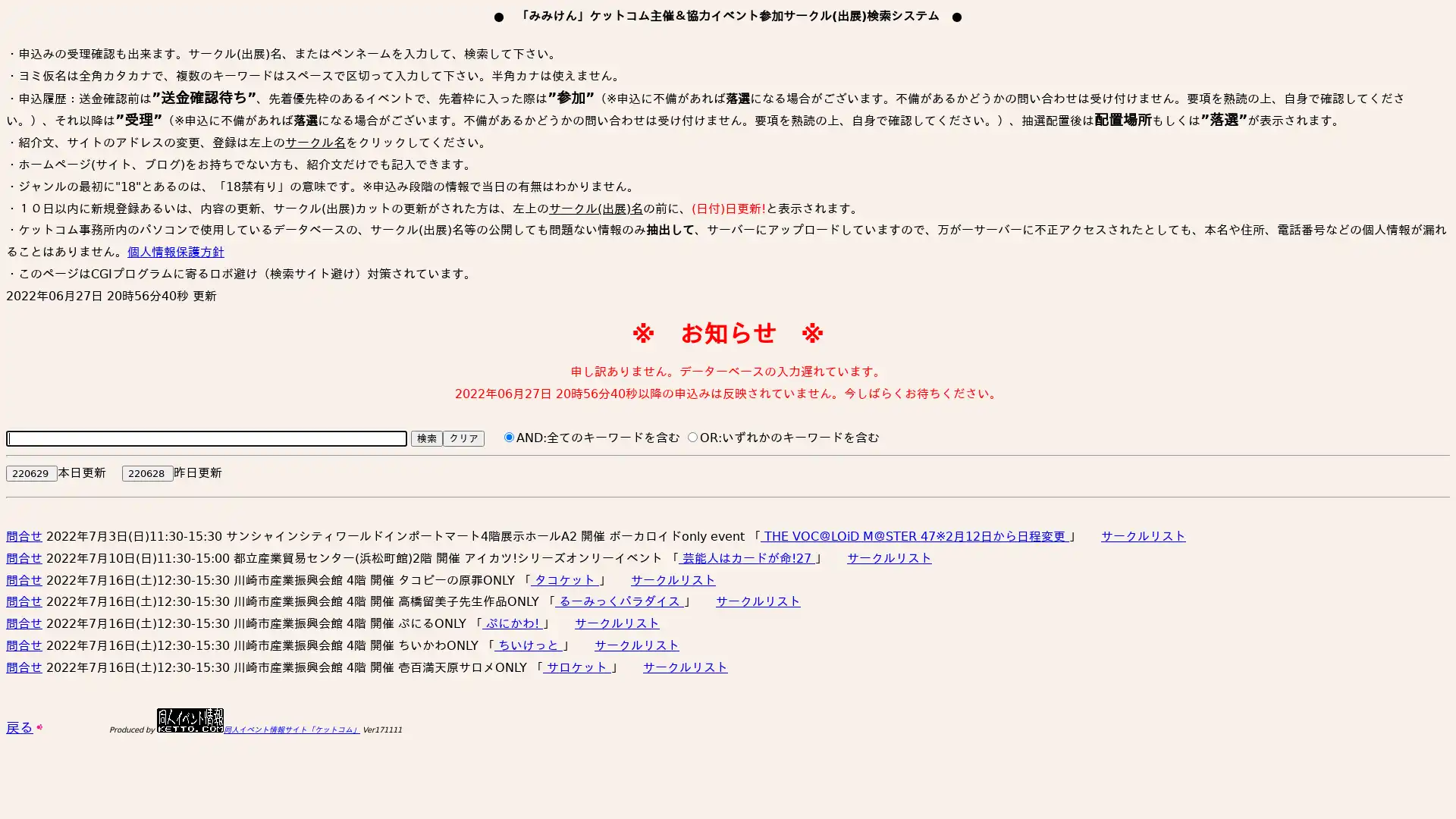 This screenshot has height=819, width=1456. I want to click on 220628, so click(148, 472).